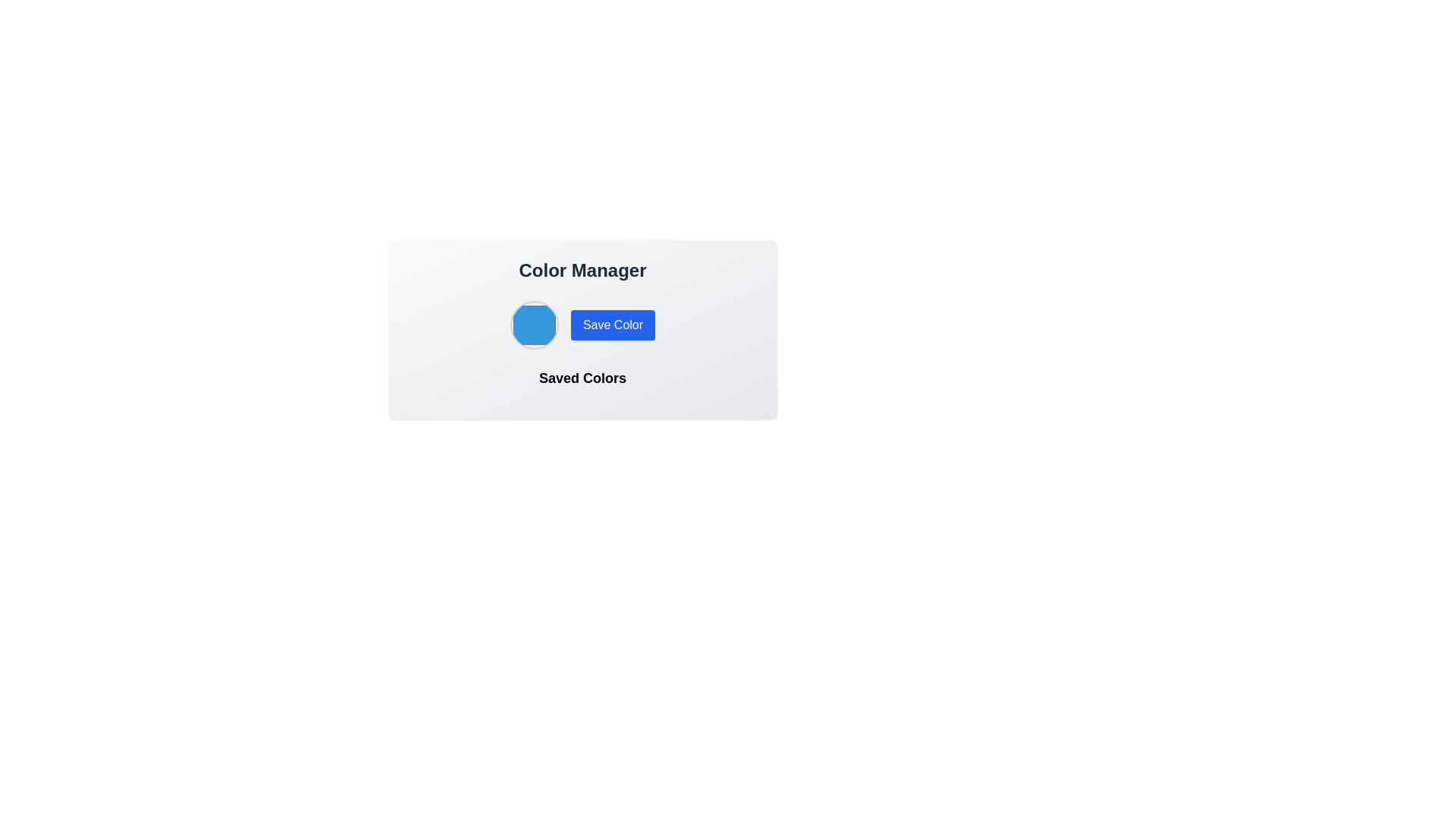 This screenshot has height=819, width=1456. I want to click on the 'Save Color' button with a blue background and white text located in the 'Color Manager' section for keyboard interactions, so click(582, 324).